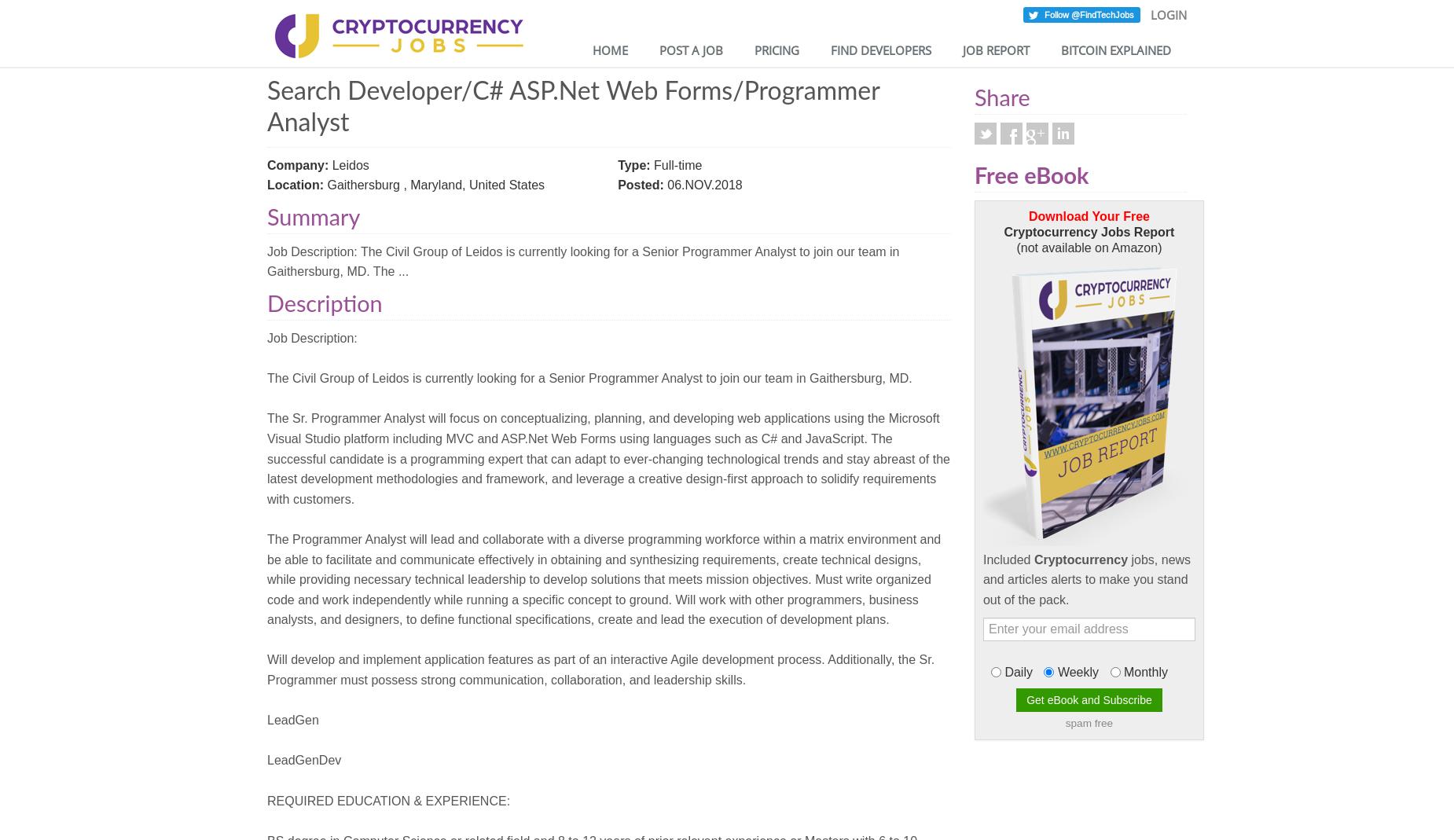  I want to click on 'Search Developer/C# ASP.Net Web Forms/Programmer Analyst', so click(266, 106).